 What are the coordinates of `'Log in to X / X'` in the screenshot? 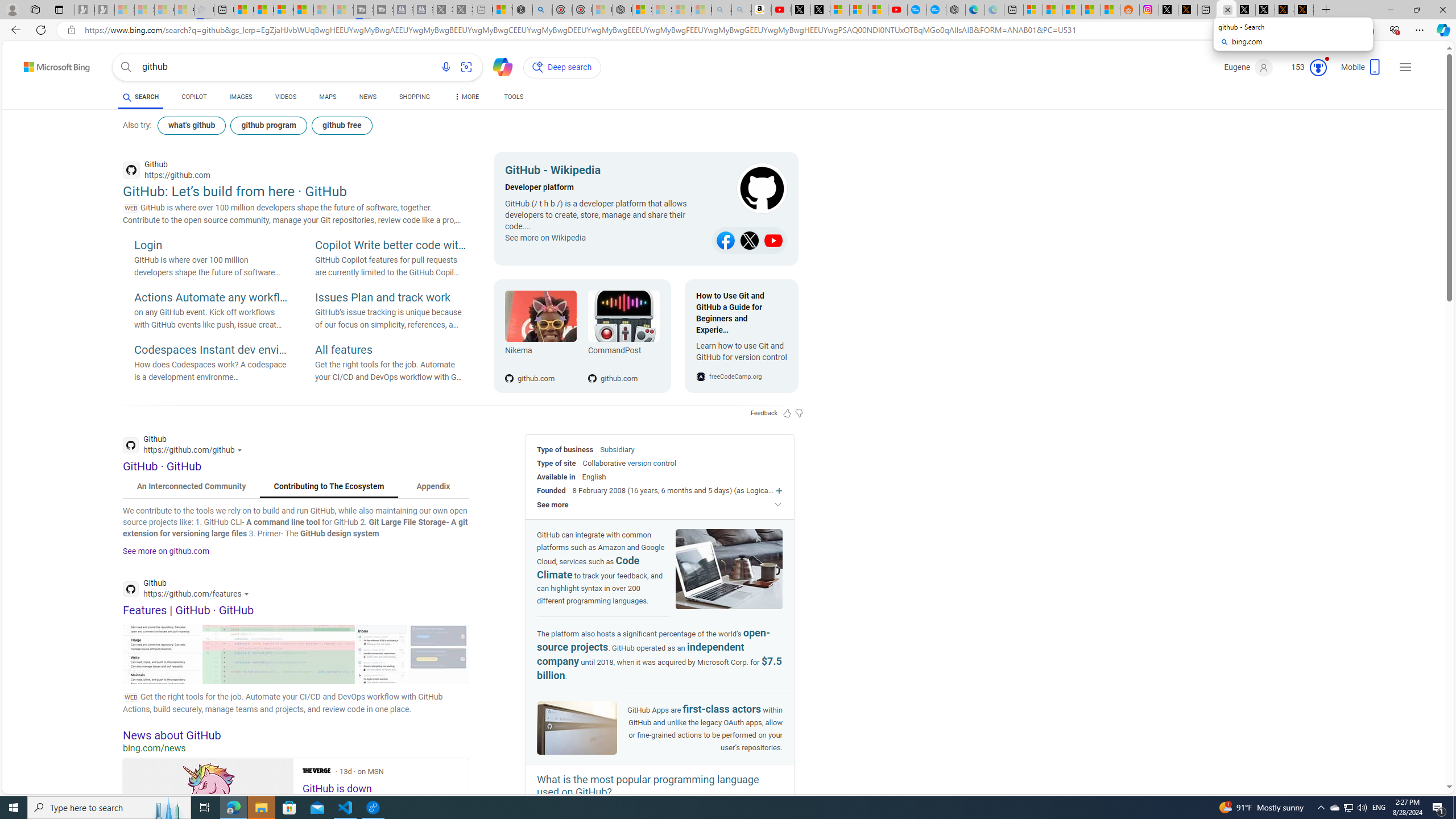 It's located at (1168, 9).